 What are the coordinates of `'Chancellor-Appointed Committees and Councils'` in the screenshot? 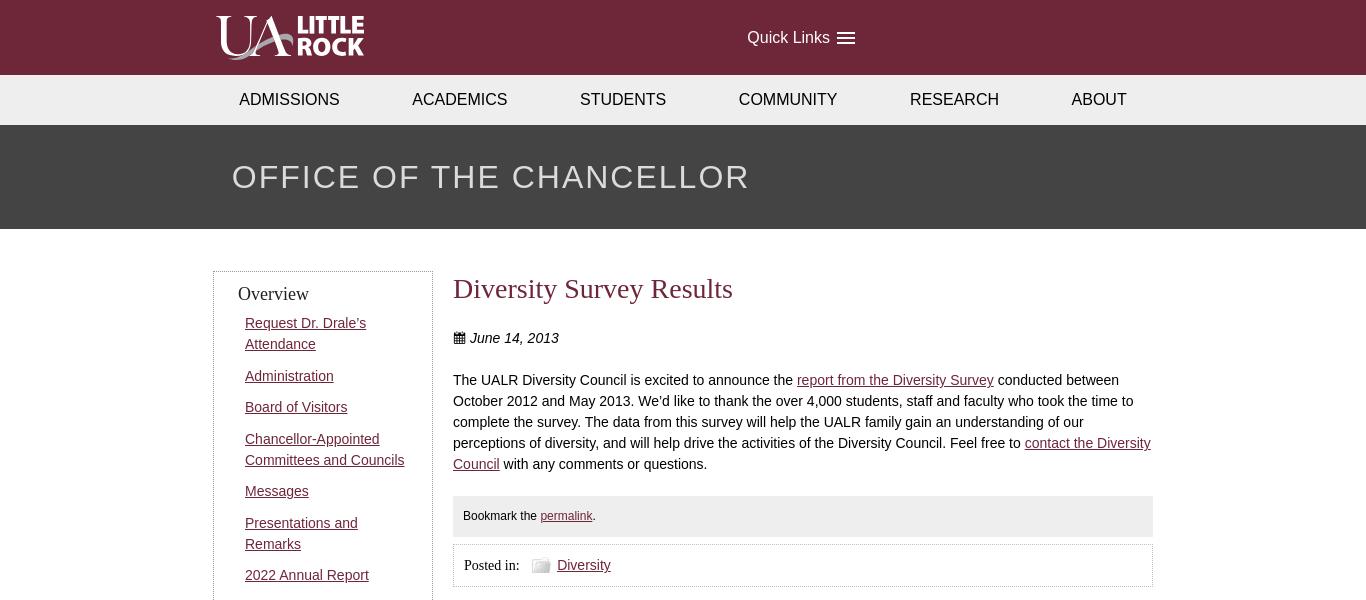 It's located at (324, 448).